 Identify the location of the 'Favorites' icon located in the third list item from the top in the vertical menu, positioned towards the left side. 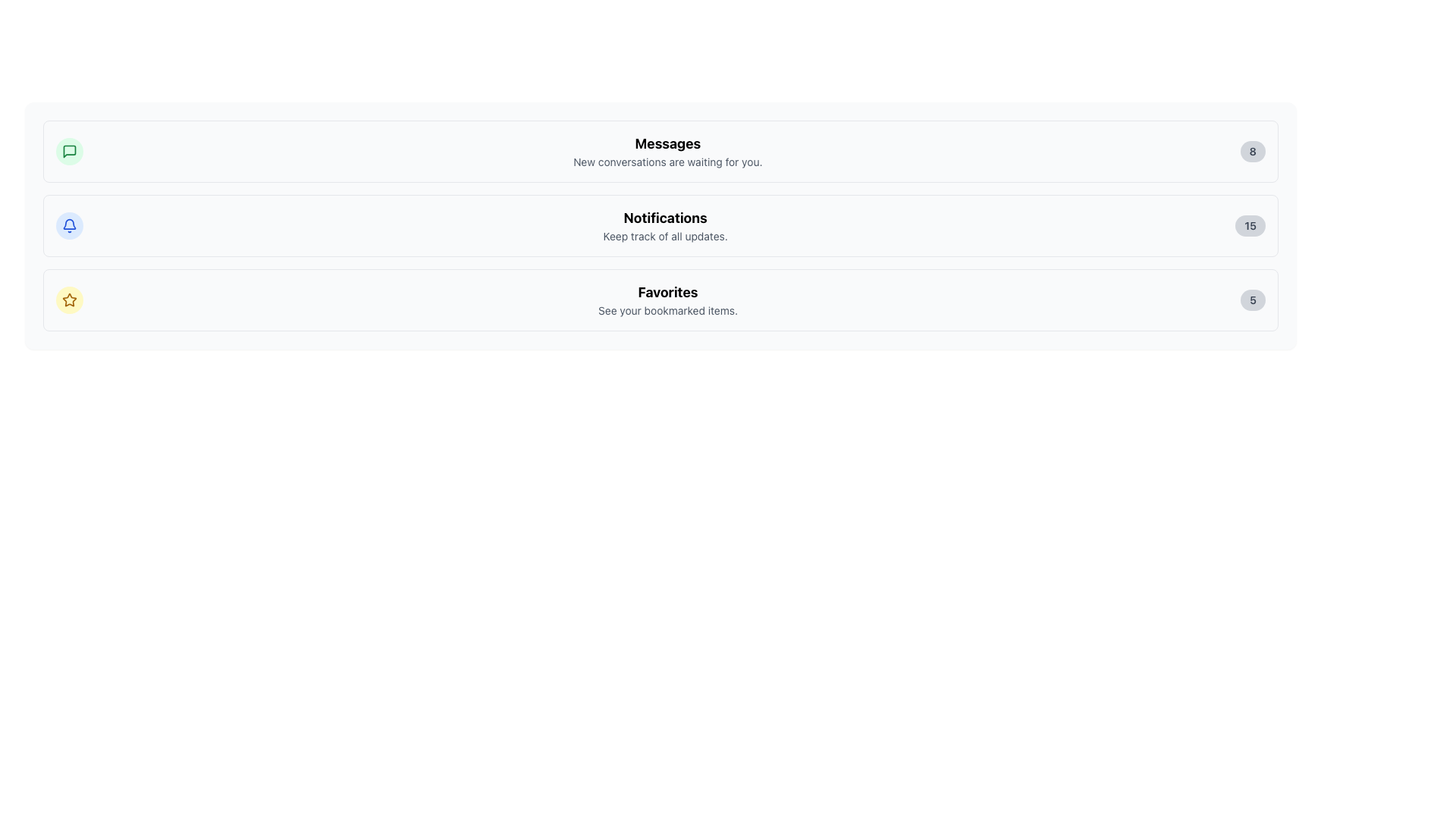
(68, 300).